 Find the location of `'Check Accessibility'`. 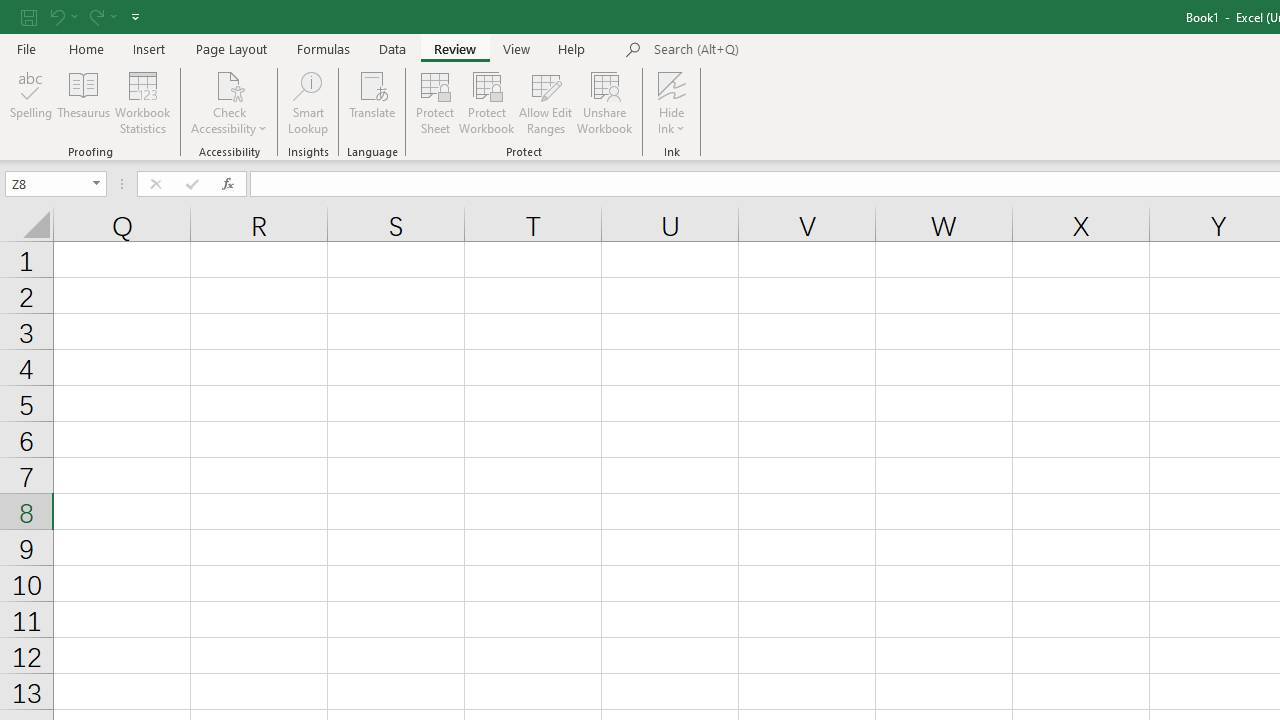

'Check Accessibility' is located at coordinates (229, 103).